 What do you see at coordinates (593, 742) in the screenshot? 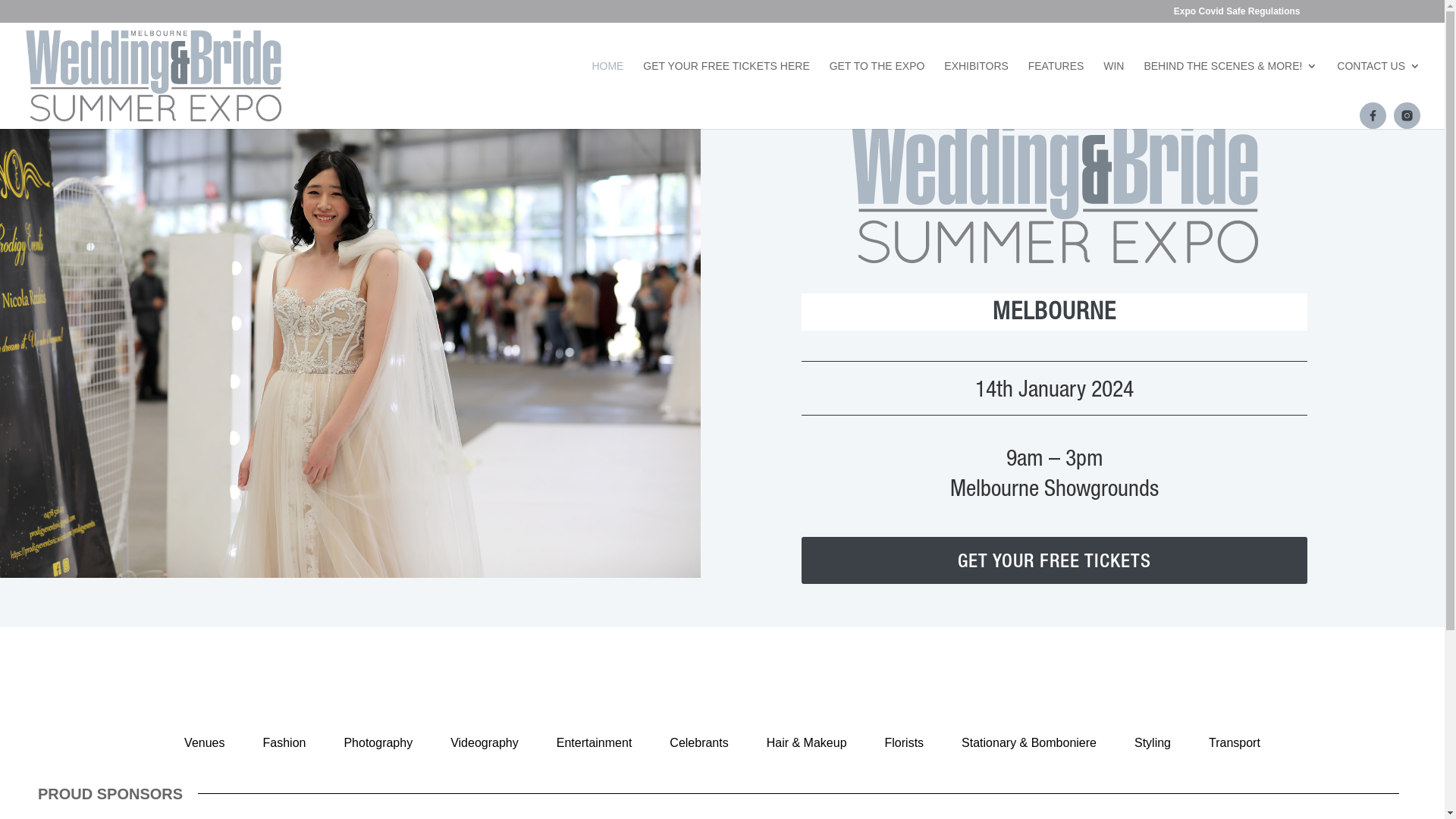
I see `'Entertainment'` at bounding box center [593, 742].